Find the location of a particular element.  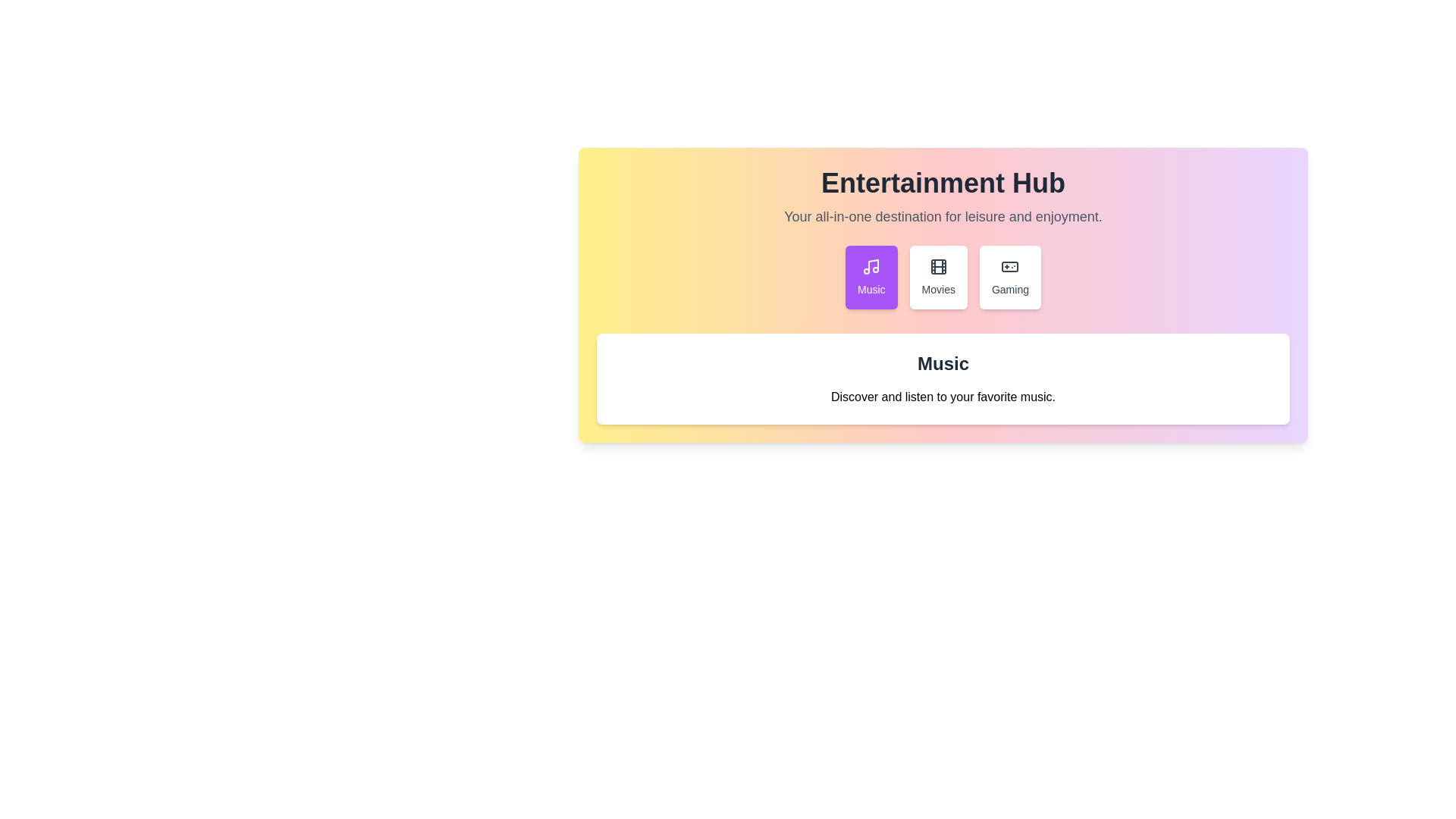

the text label indicating 'Gaming' on the third card in the group of three cards, which includes 'Music,' 'Movies,' and 'Gaming.' is located at coordinates (1010, 289).